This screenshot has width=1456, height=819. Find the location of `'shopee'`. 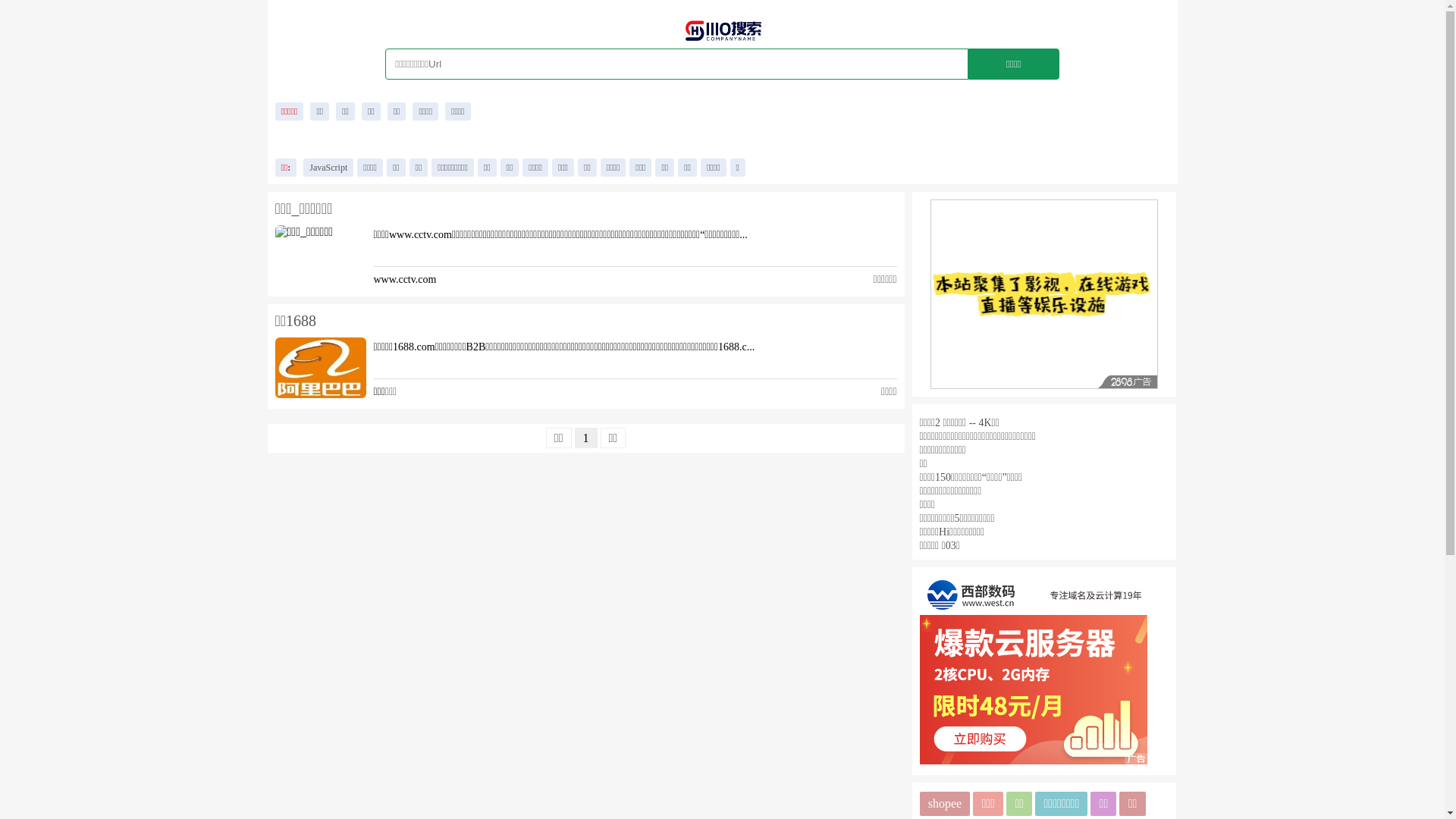

'shopee' is located at coordinates (943, 803).